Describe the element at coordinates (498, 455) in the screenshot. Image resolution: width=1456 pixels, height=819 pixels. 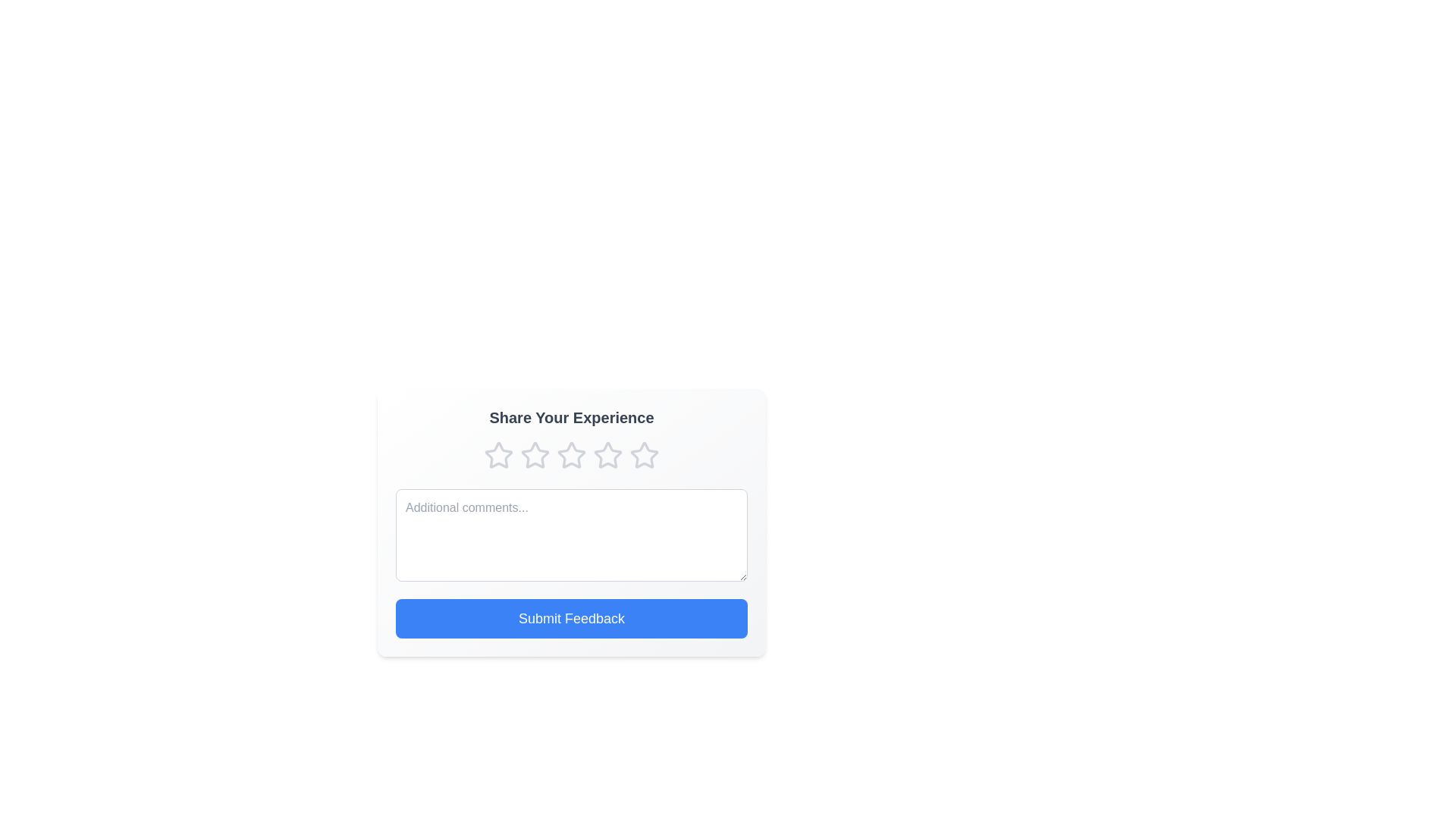
I see `the first star rating icon, which is outlined in gray and part of a row of five star icons` at that location.